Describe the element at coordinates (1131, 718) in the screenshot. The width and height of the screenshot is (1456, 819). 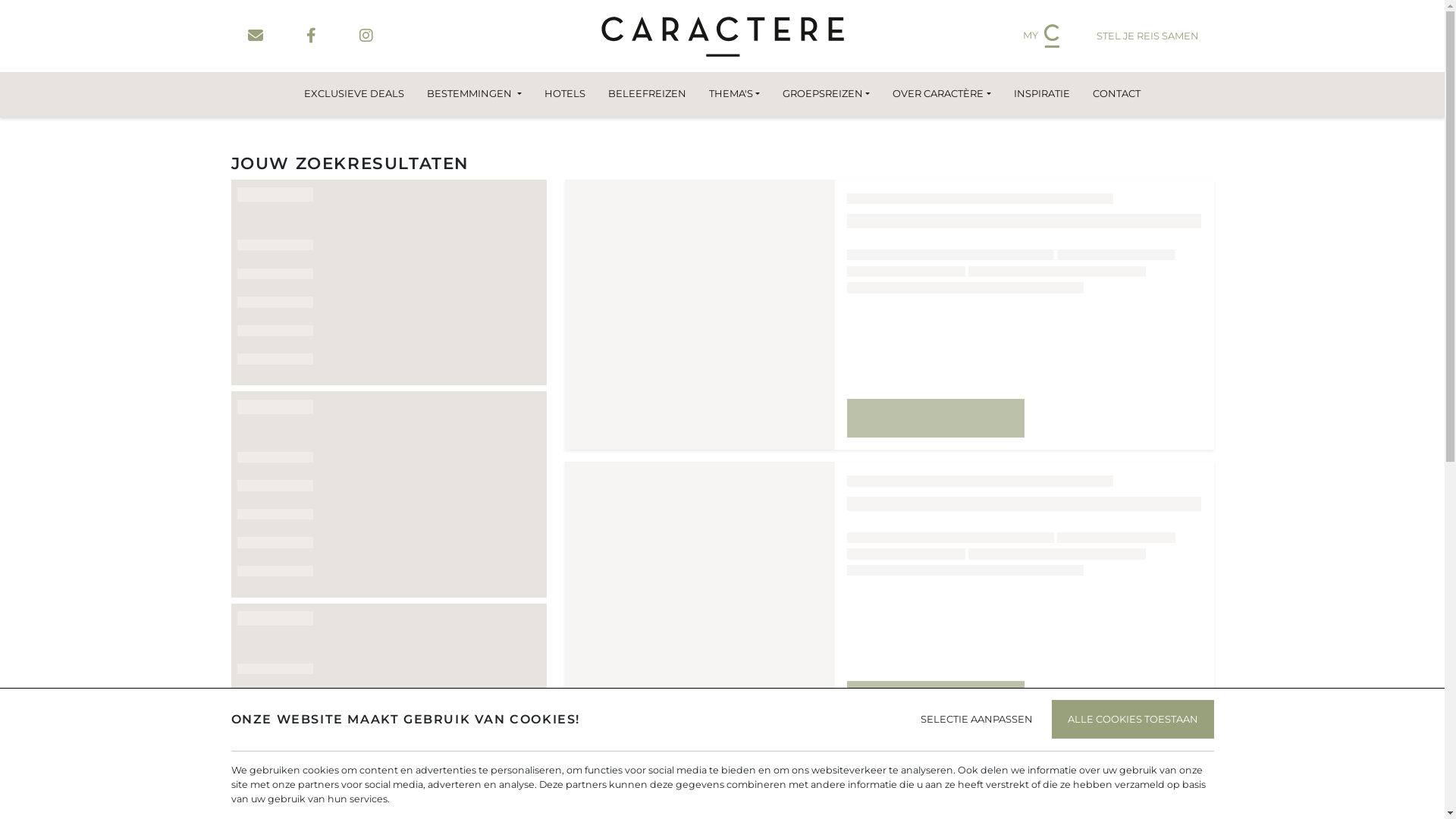
I see `'ALLE COOKIES TOESTAAN'` at that location.